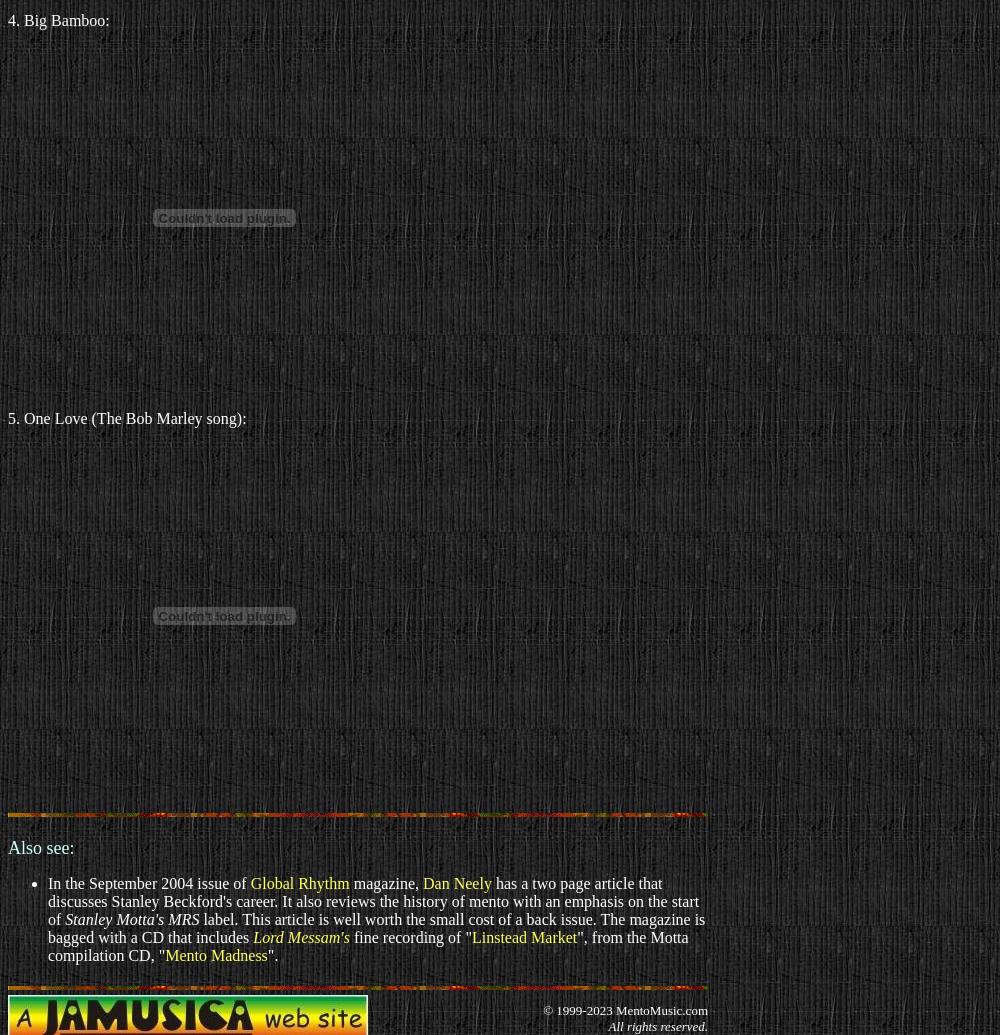 This screenshot has height=1035, width=1000. What do you see at coordinates (215, 954) in the screenshot?
I see `'Mento 
			Madness'` at bounding box center [215, 954].